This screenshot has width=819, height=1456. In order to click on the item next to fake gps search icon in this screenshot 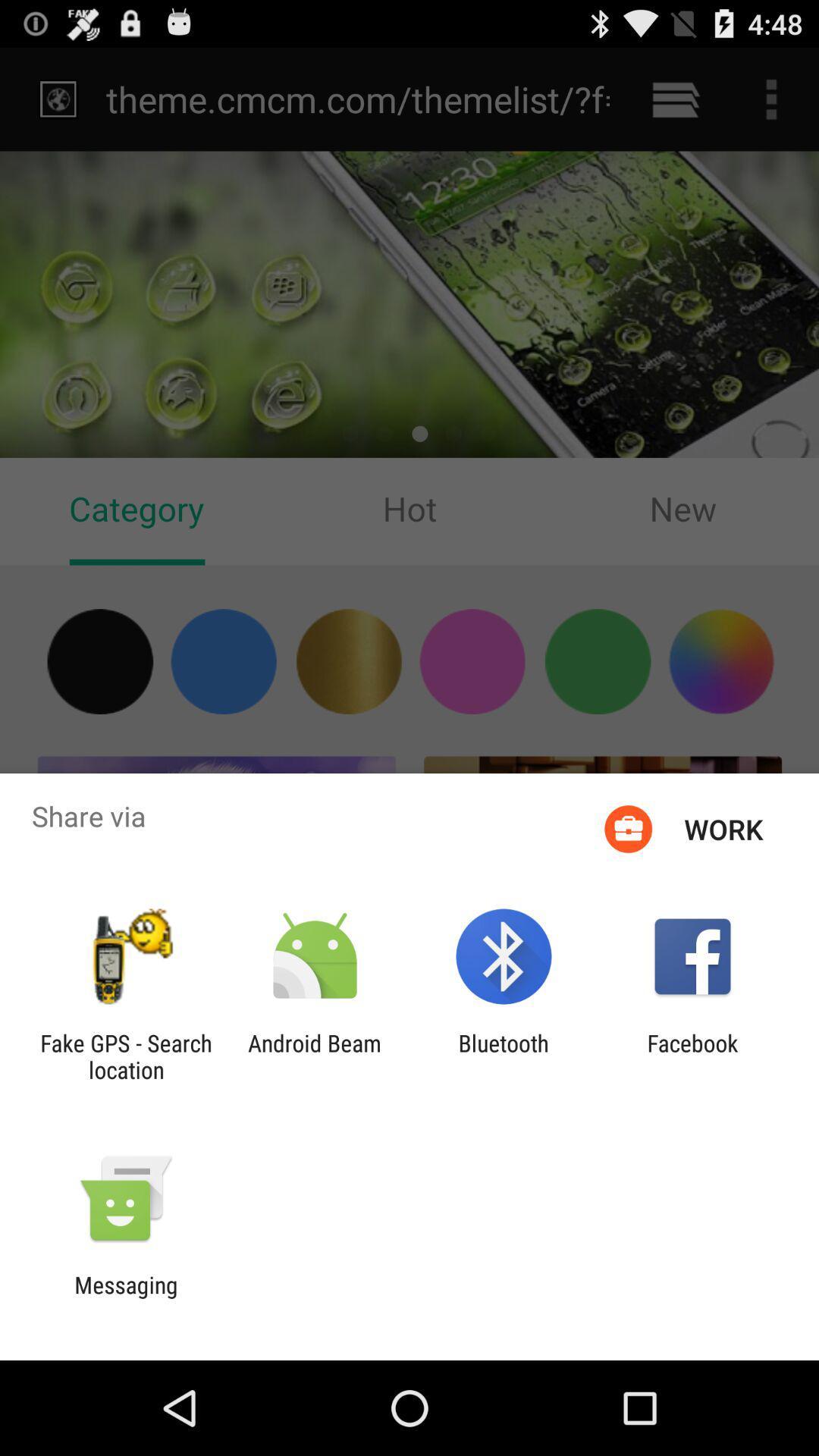, I will do `click(314, 1056)`.